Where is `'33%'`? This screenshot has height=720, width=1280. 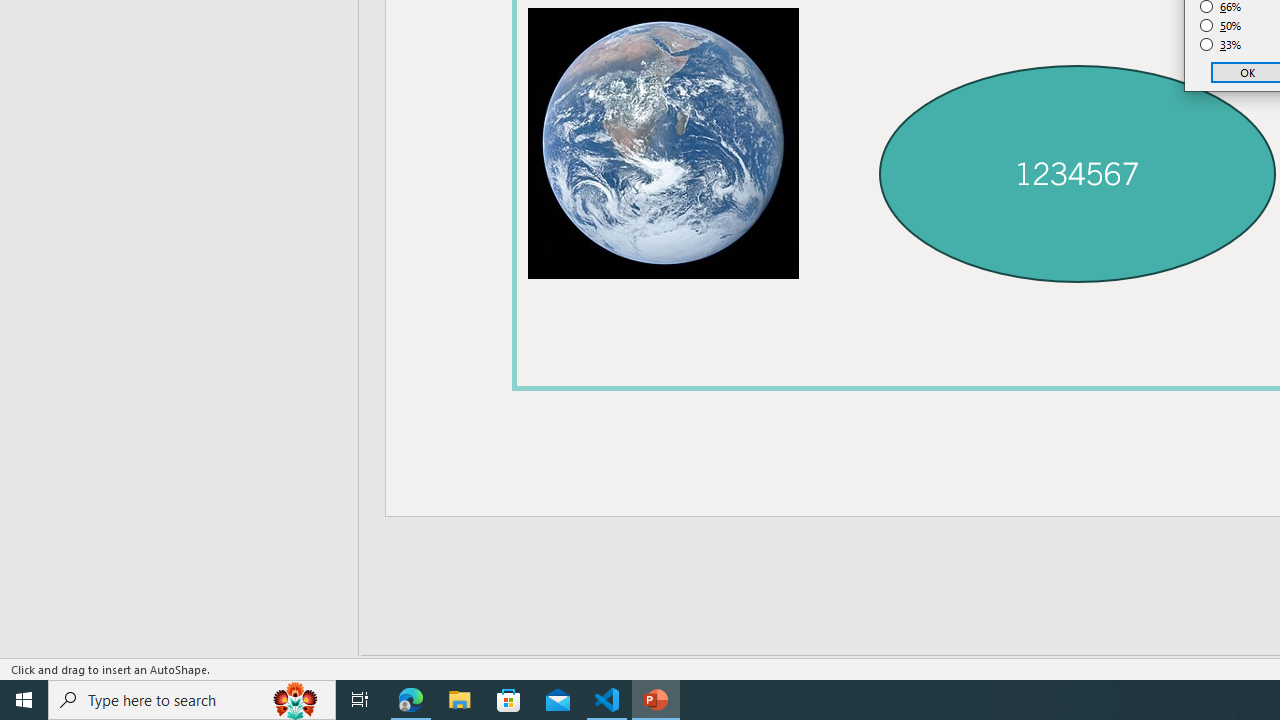 '33%' is located at coordinates (1220, 45).